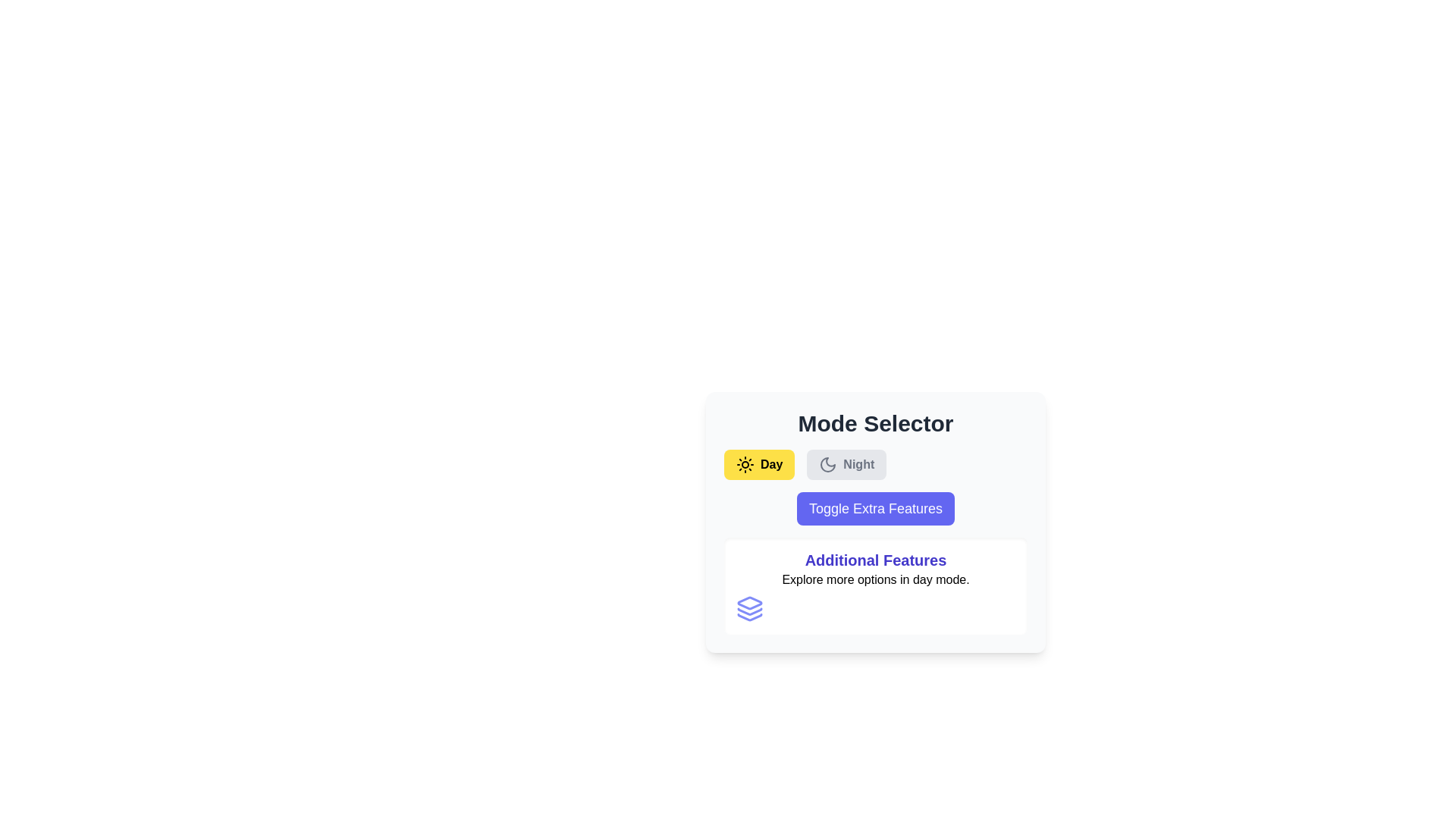  I want to click on the sun icon within the 'Day' button, so click(745, 464).